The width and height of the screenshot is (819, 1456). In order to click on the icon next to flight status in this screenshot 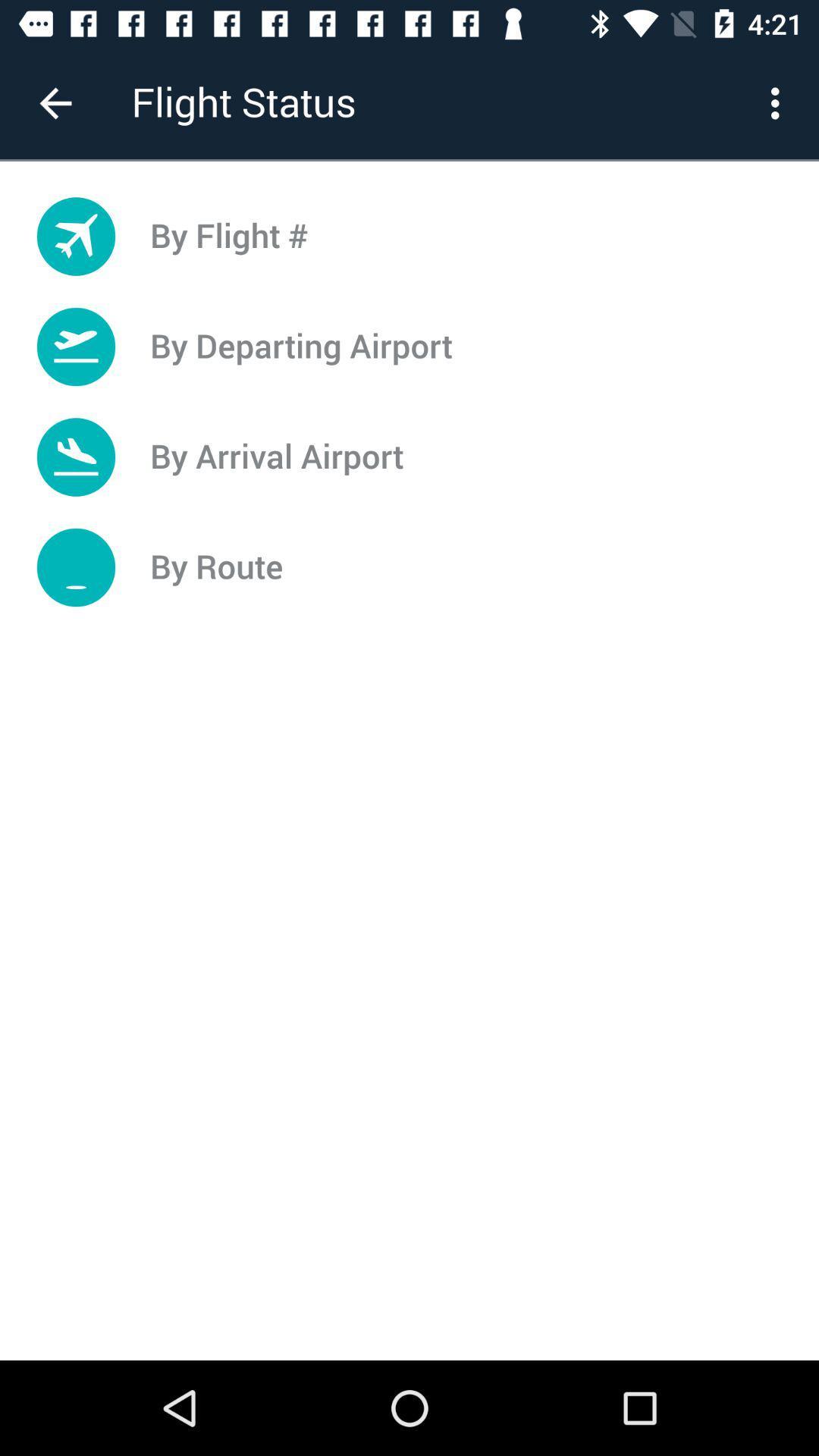, I will do `click(55, 102)`.